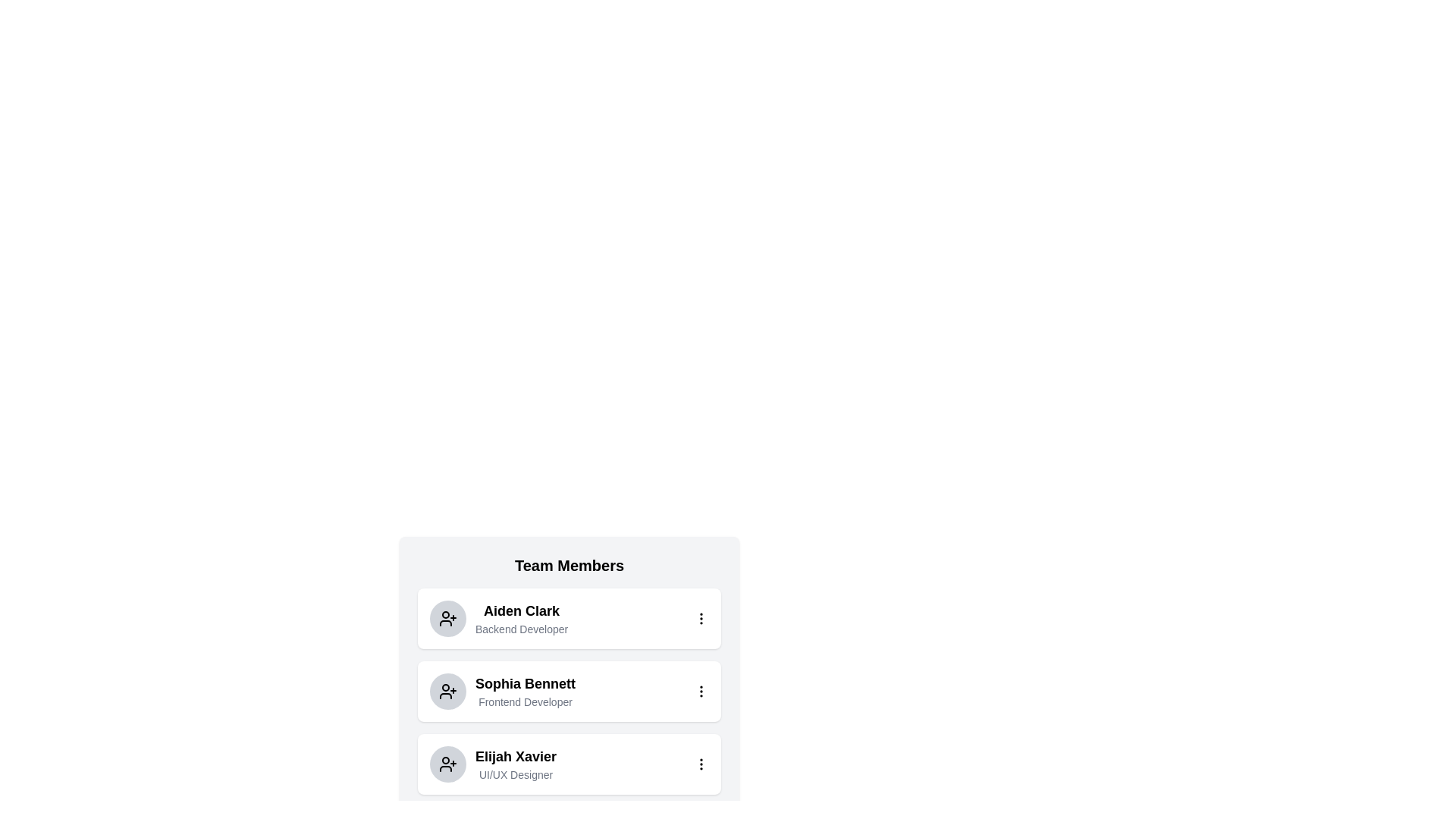 The height and width of the screenshot is (819, 1456). Describe the element at coordinates (525, 684) in the screenshot. I see `text displayed in the Text Label that shows the name of a team member, located below the card for 'Aiden Clark' and above the card for 'Elijah Xavier'` at that location.